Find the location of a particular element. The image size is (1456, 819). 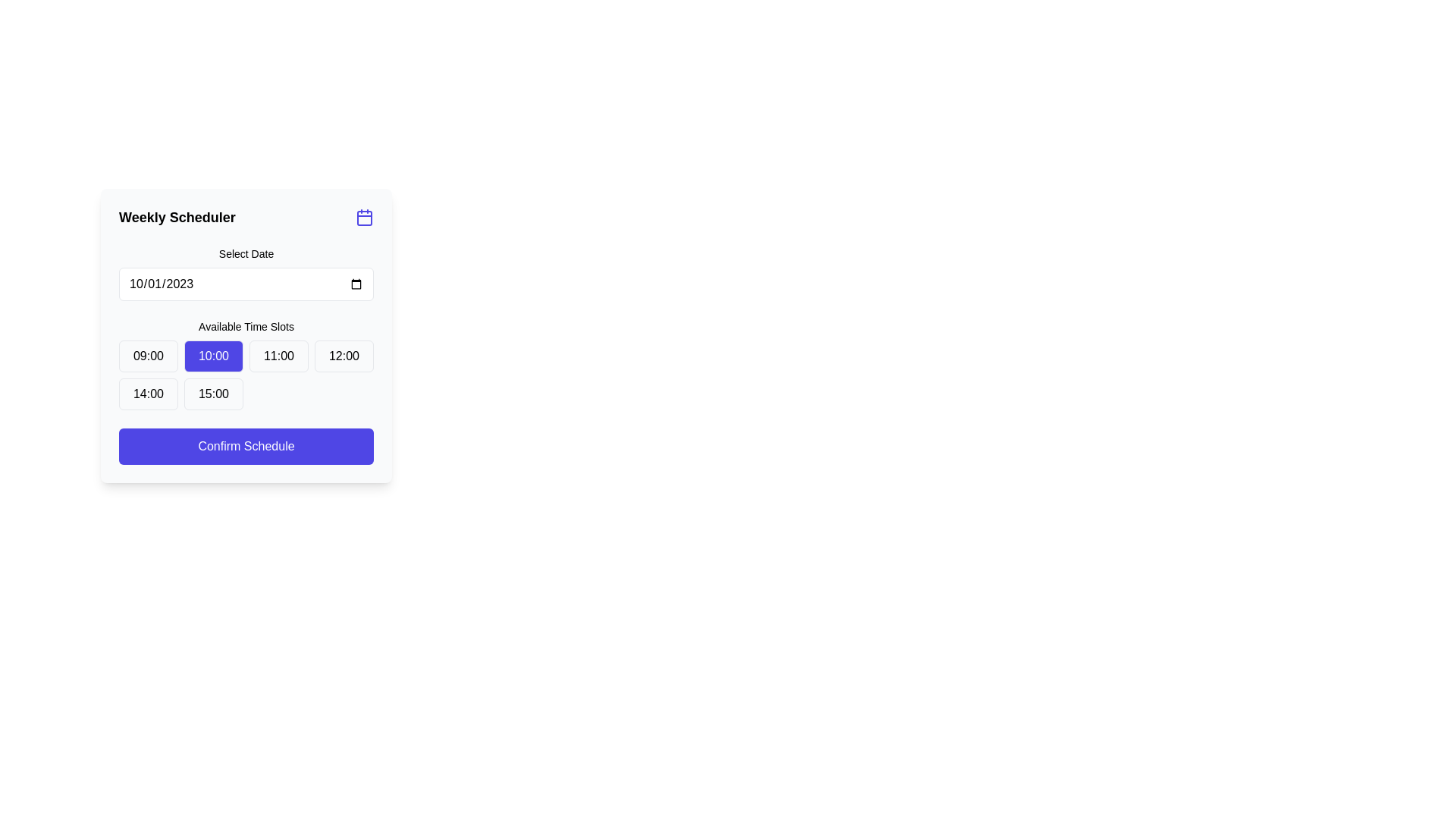

the time slot button displaying '09:00' which is the first button in the grid of available time slots is located at coordinates (149, 356).